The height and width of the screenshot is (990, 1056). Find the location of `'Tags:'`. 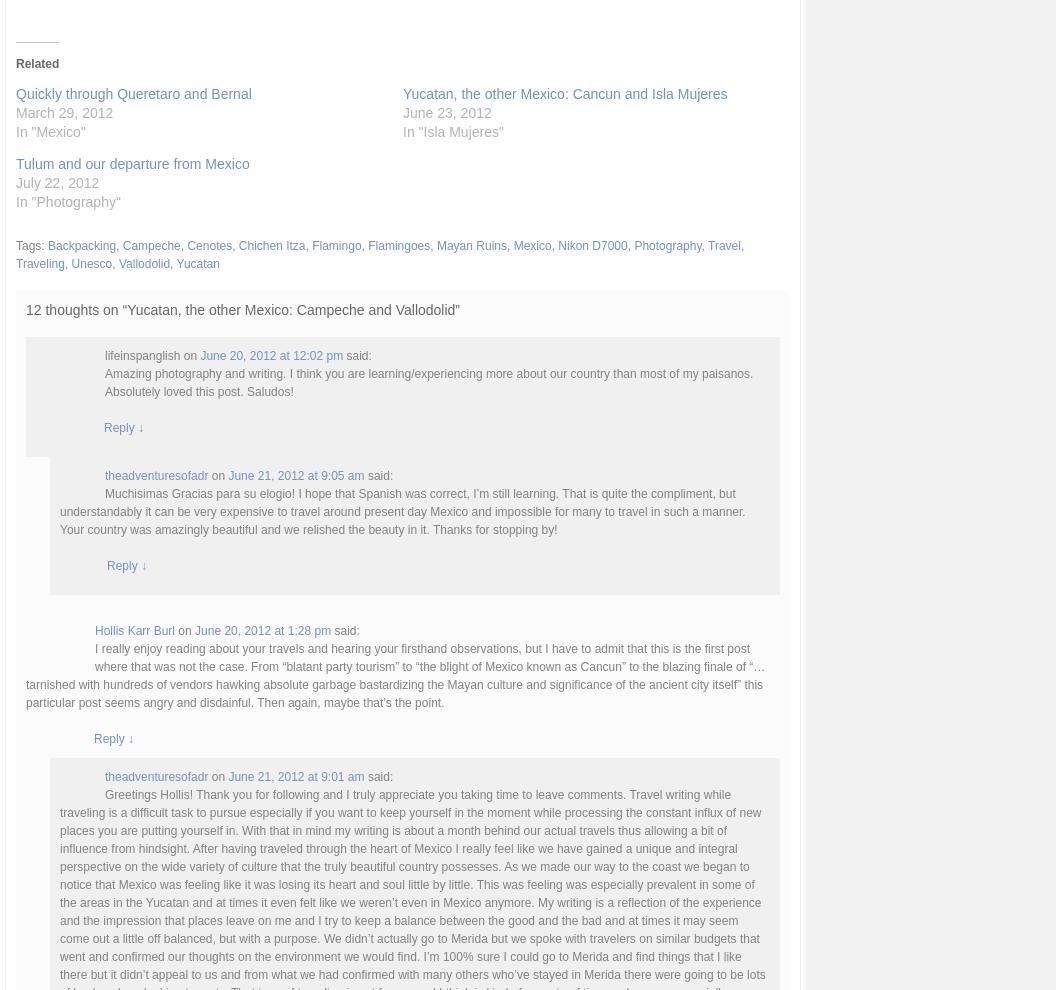

'Tags:' is located at coordinates (29, 244).